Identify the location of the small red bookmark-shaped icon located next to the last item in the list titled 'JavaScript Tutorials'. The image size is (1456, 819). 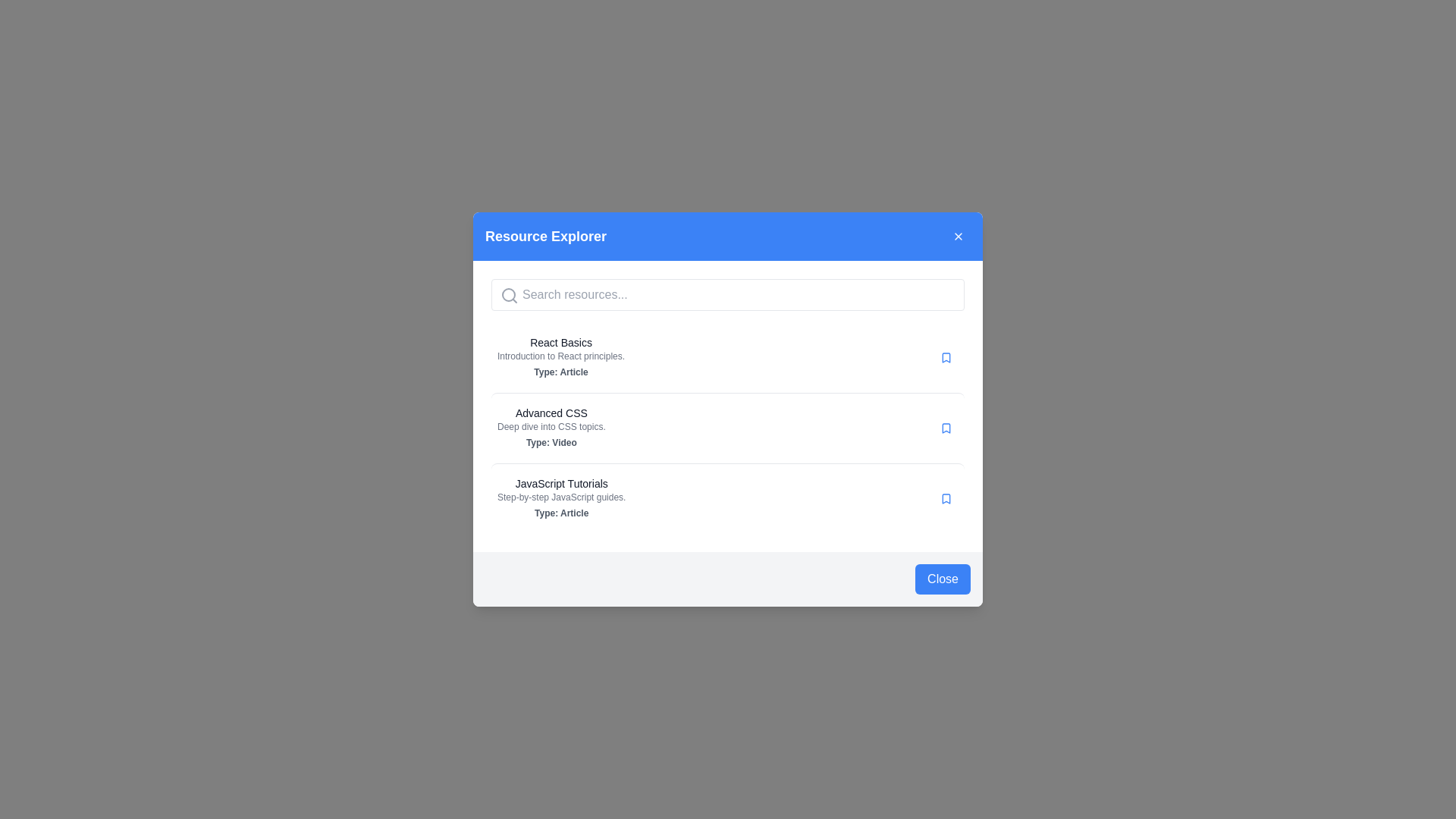
(946, 499).